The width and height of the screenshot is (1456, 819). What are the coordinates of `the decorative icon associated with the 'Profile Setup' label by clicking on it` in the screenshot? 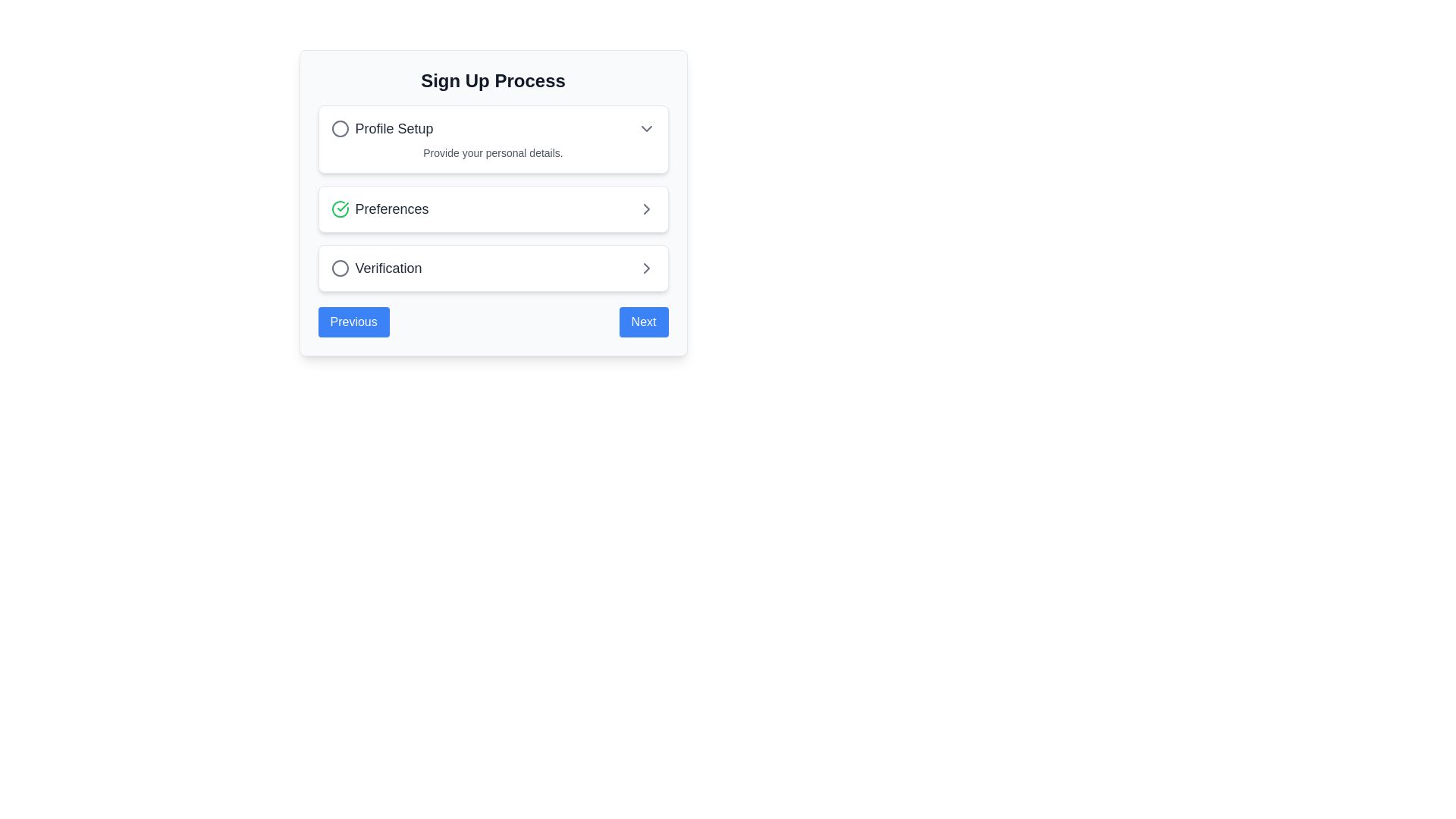 It's located at (339, 127).